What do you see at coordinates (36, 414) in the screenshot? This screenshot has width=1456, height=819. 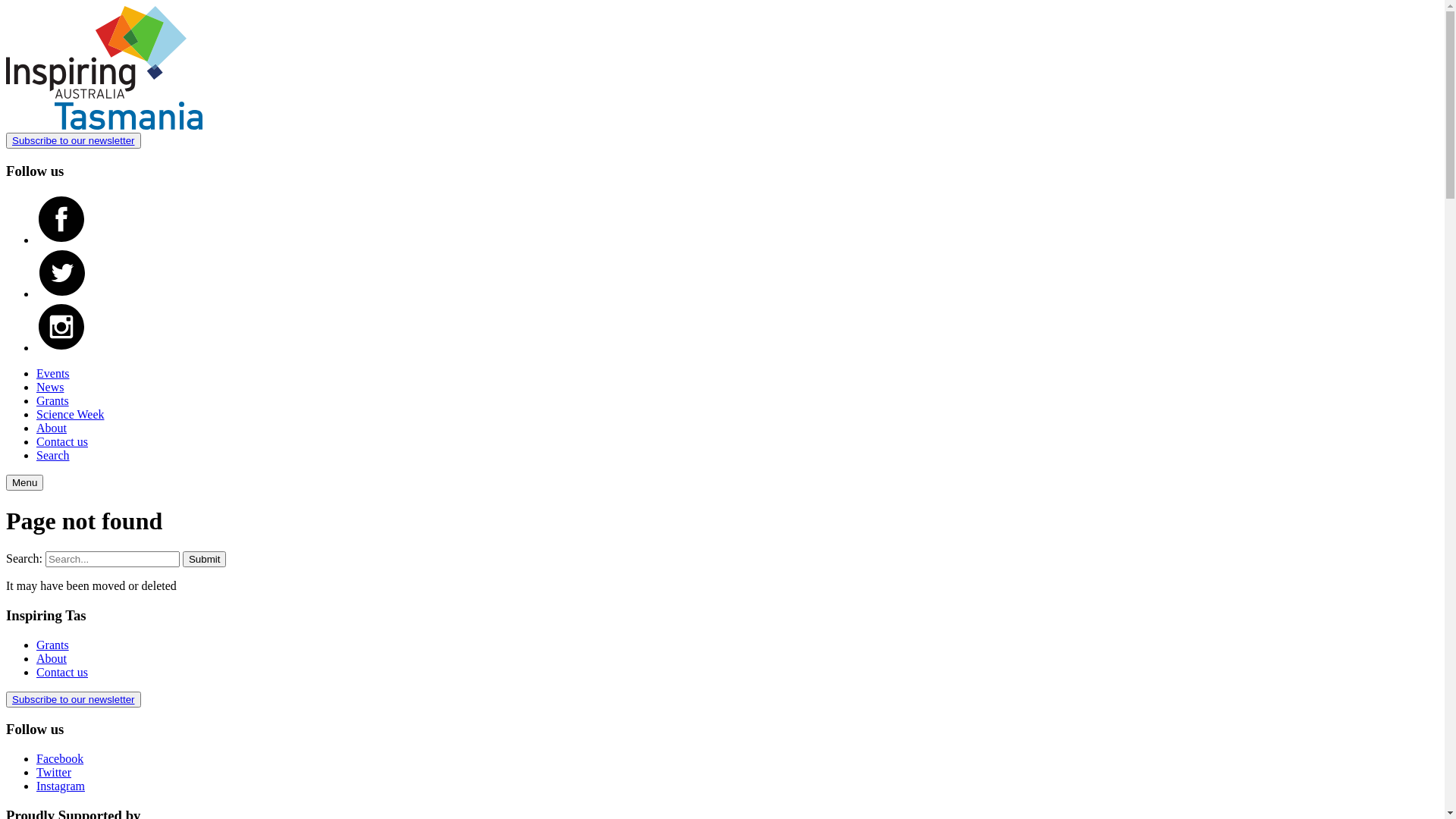 I see `'Science Week'` at bounding box center [36, 414].